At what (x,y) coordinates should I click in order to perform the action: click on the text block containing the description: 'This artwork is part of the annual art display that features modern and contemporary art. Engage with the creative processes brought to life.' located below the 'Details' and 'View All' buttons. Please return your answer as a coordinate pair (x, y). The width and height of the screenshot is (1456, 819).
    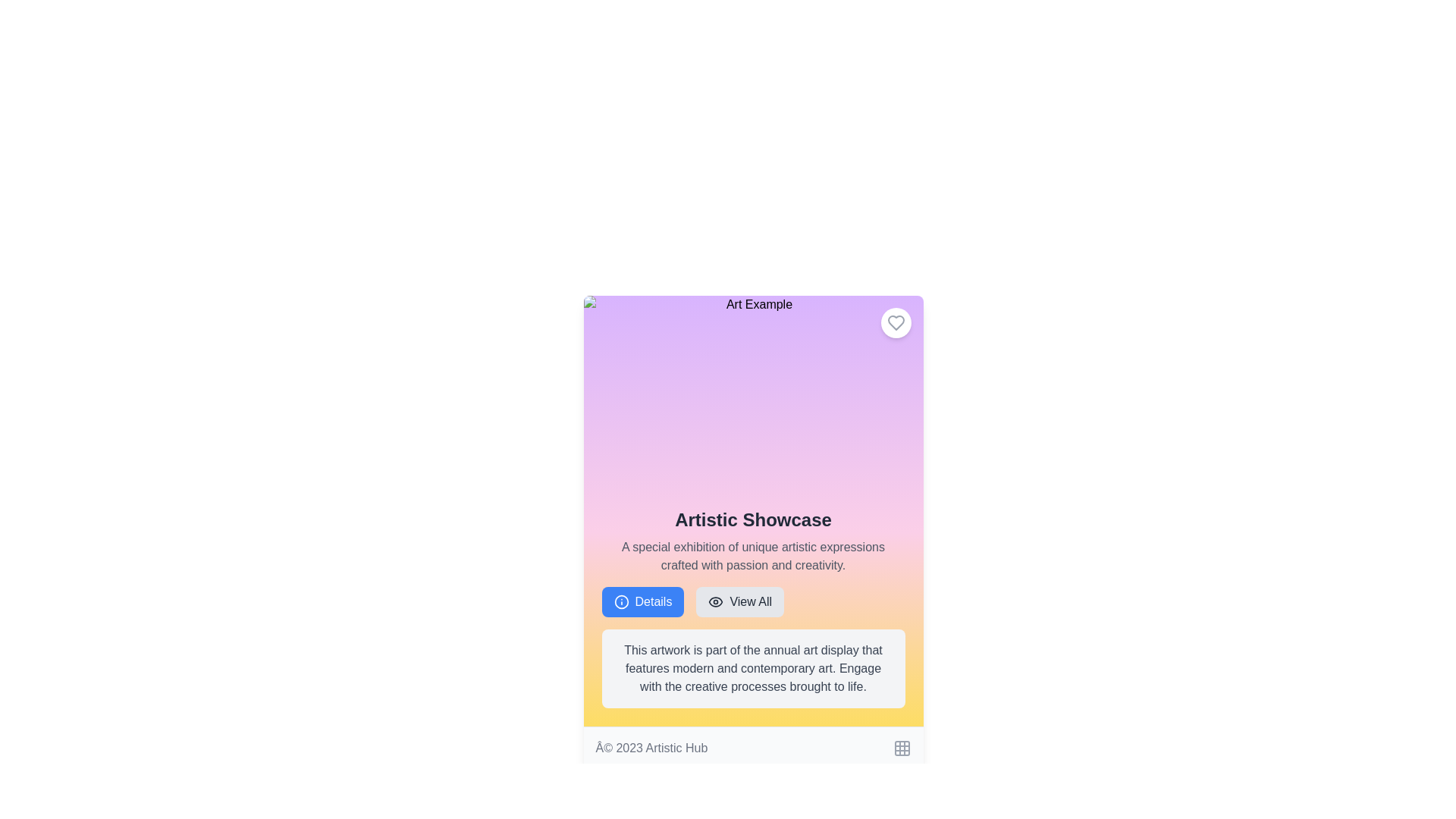
    Looking at the image, I should click on (753, 668).